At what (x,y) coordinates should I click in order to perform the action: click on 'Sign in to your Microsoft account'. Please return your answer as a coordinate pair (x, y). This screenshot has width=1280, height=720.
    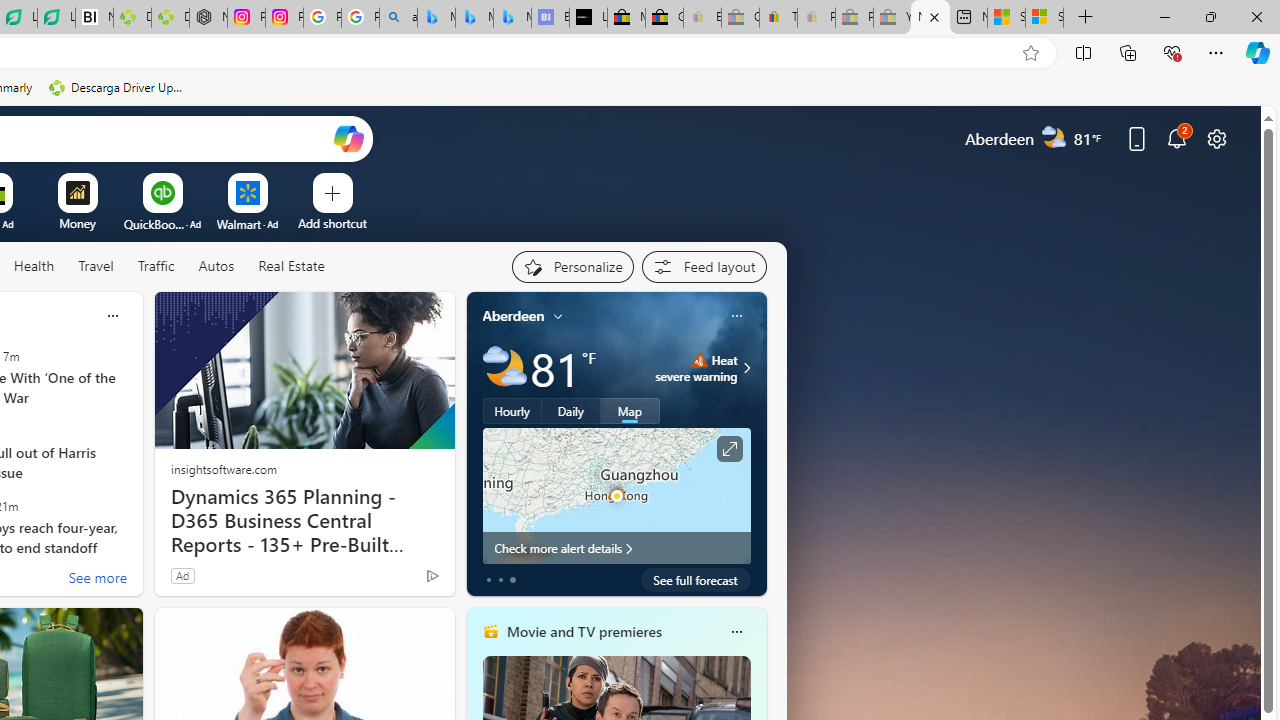
    Looking at the image, I should click on (1044, 17).